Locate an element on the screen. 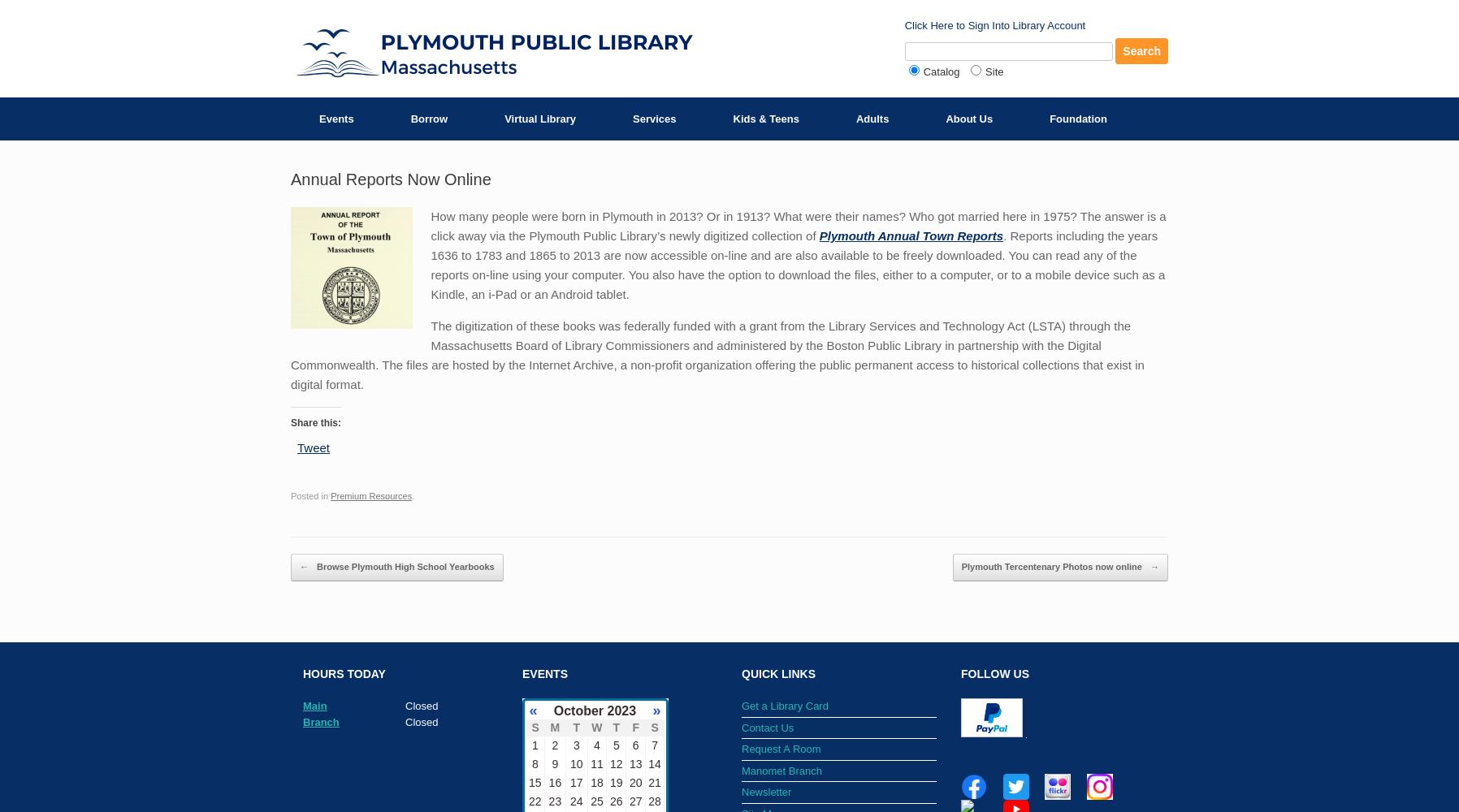  'Plymouth Tercentenary Photos now online' is located at coordinates (1052, 566).